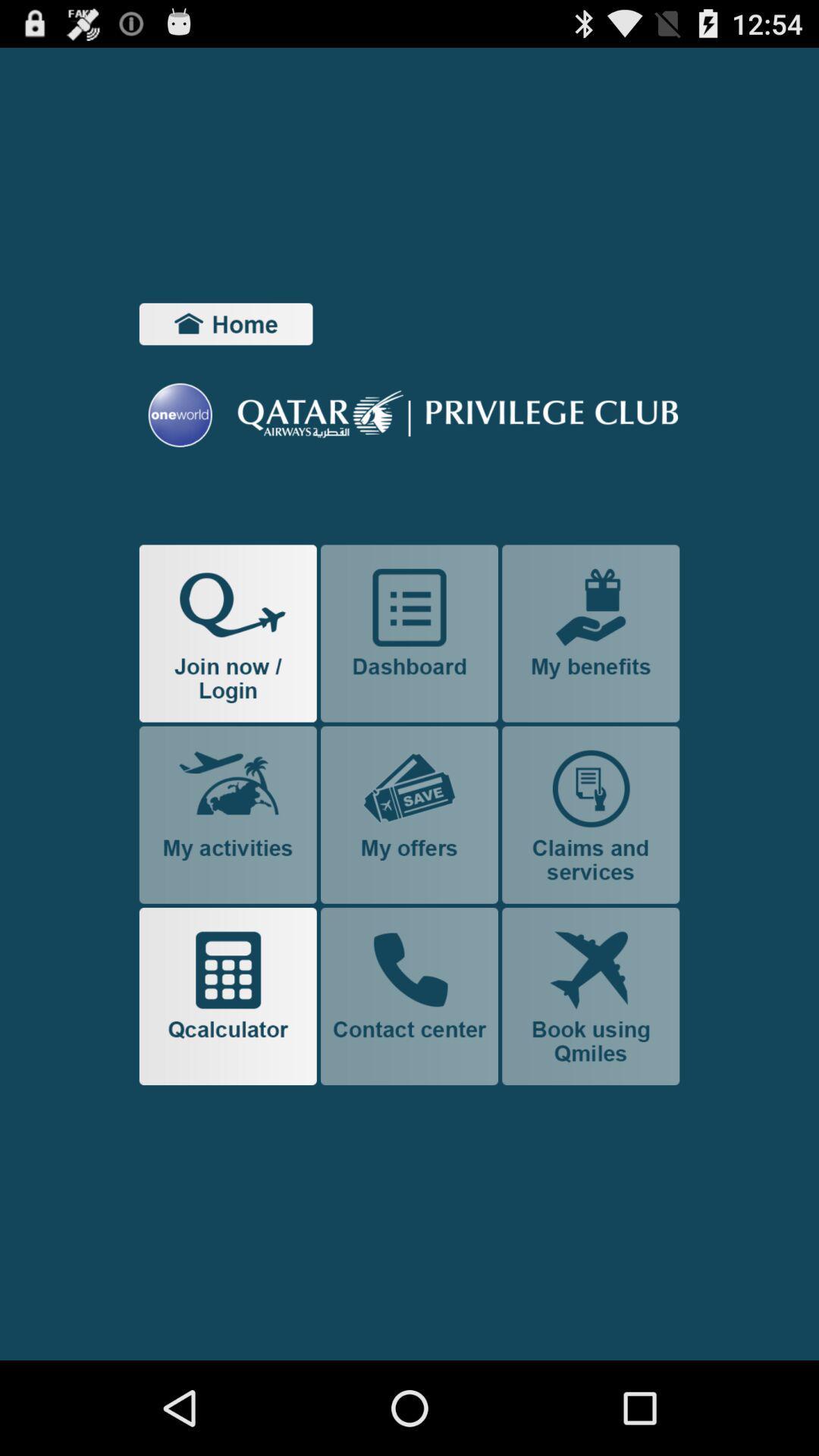  What do you see at coordinates (409, 996) in the screenshot?
I see `item at the bottom` at bounding box center [409, 996].